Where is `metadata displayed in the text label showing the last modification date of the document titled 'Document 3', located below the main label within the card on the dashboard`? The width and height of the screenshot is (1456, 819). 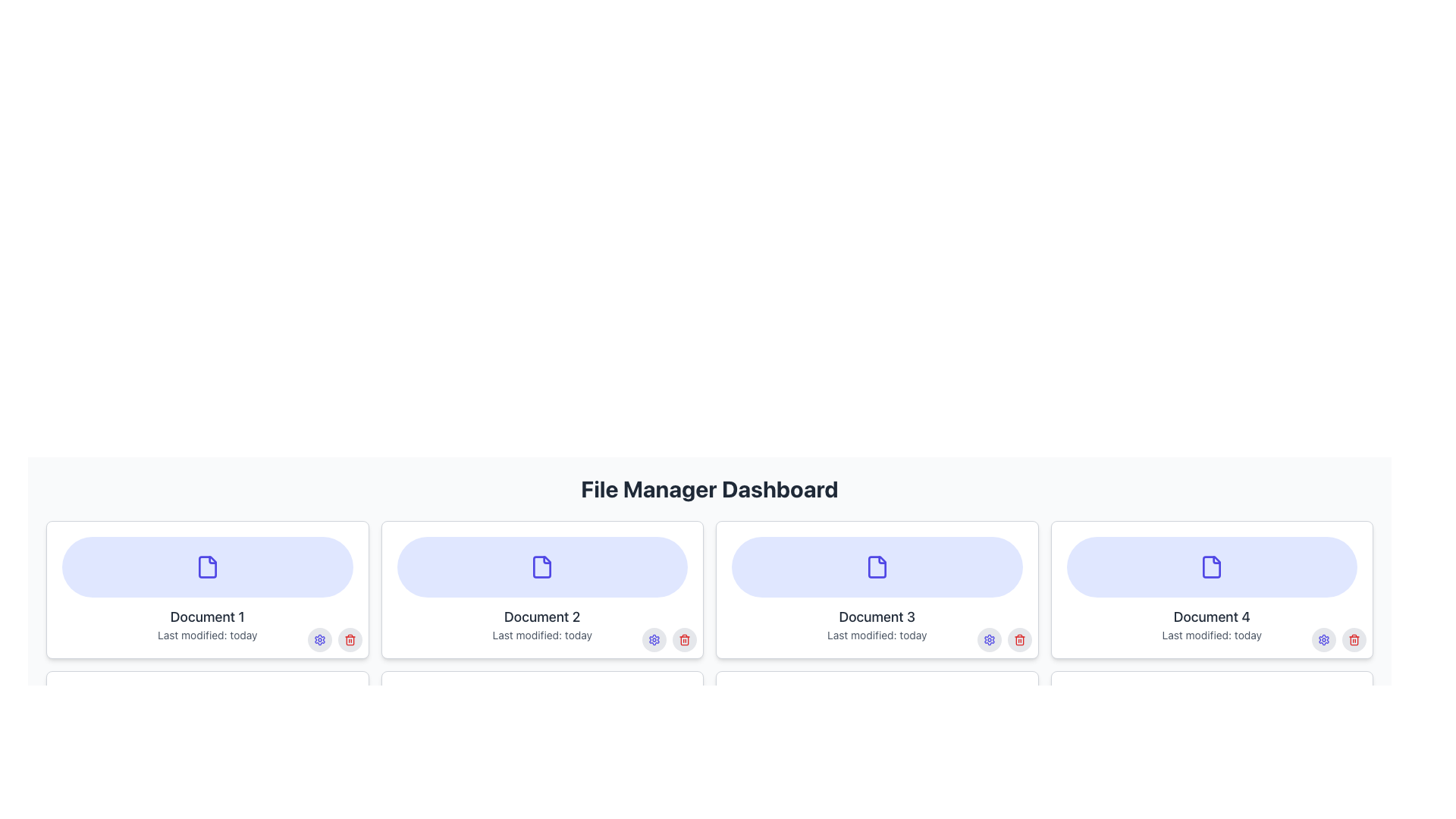 metadata displayed in the text label showing the last modification date of the document titled 'Document 3', located below the main label within the card on the dashboard is located at coordinates (877, 635).